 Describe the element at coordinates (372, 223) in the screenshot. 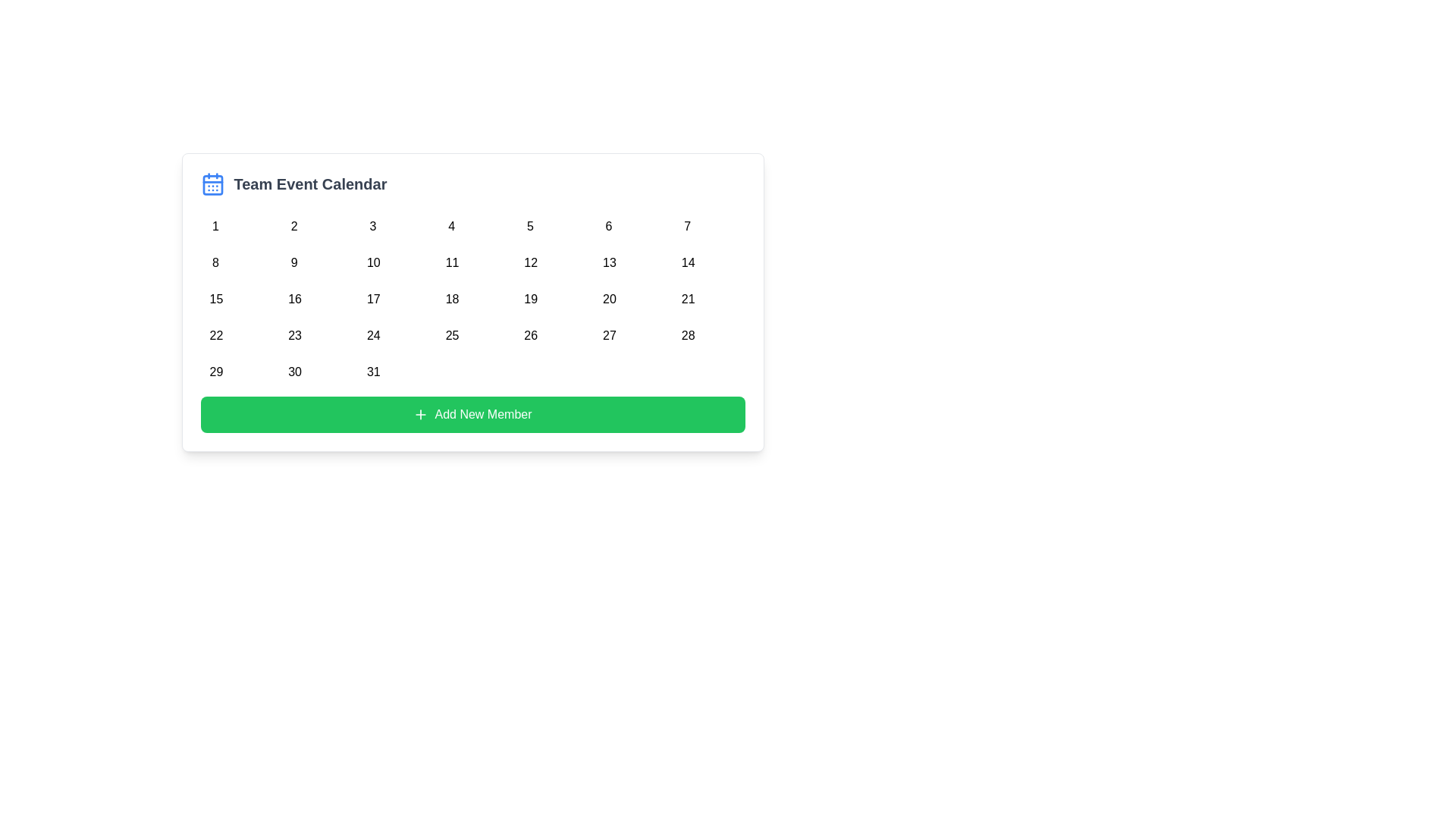

I see `the button displaying the number '3' in the calendar view` at that location.